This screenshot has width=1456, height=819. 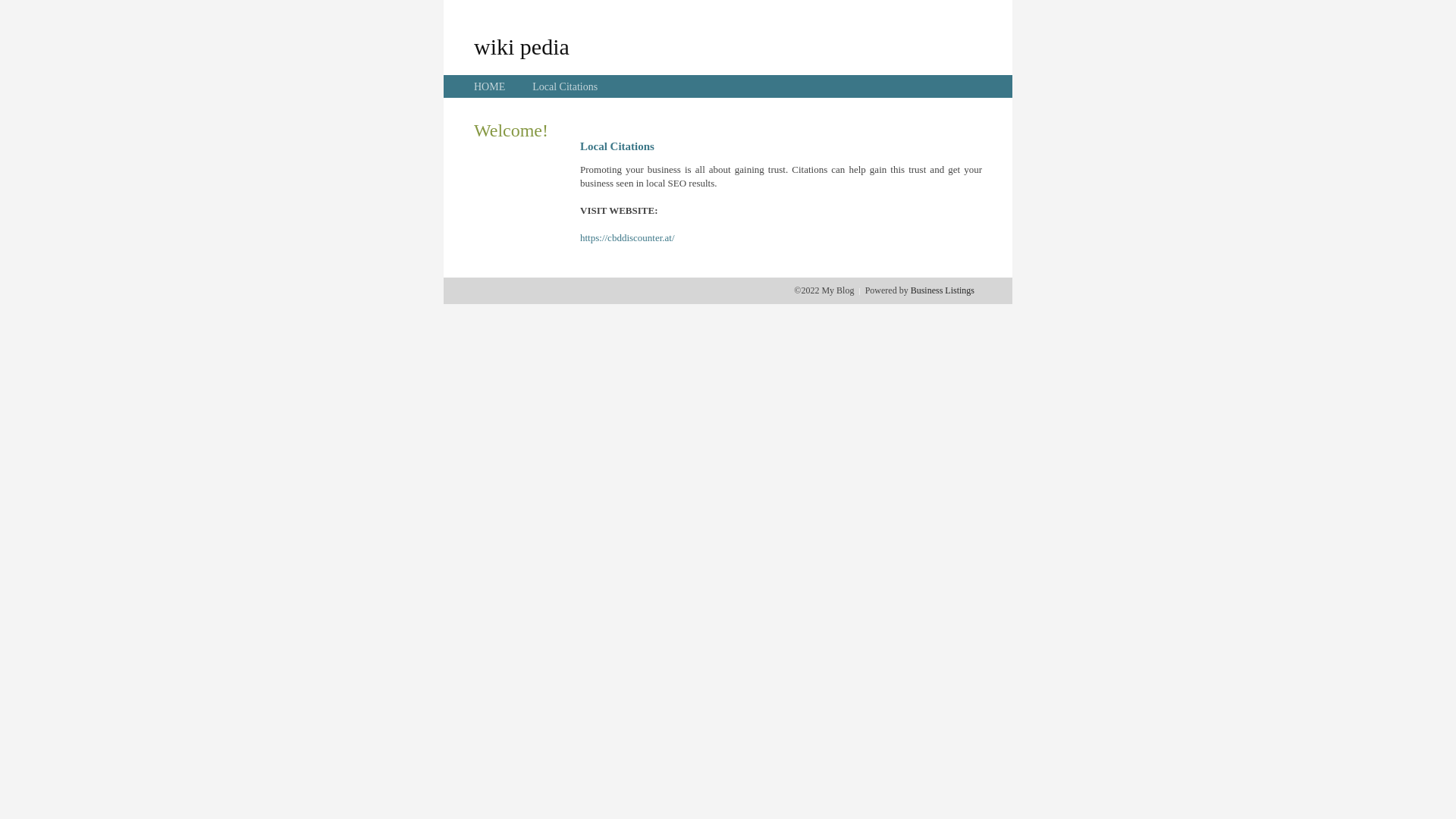 What do you see at coordinates (489, 86) in the screenshot?
I see `'HOME'` at bounding box center [489, 86].